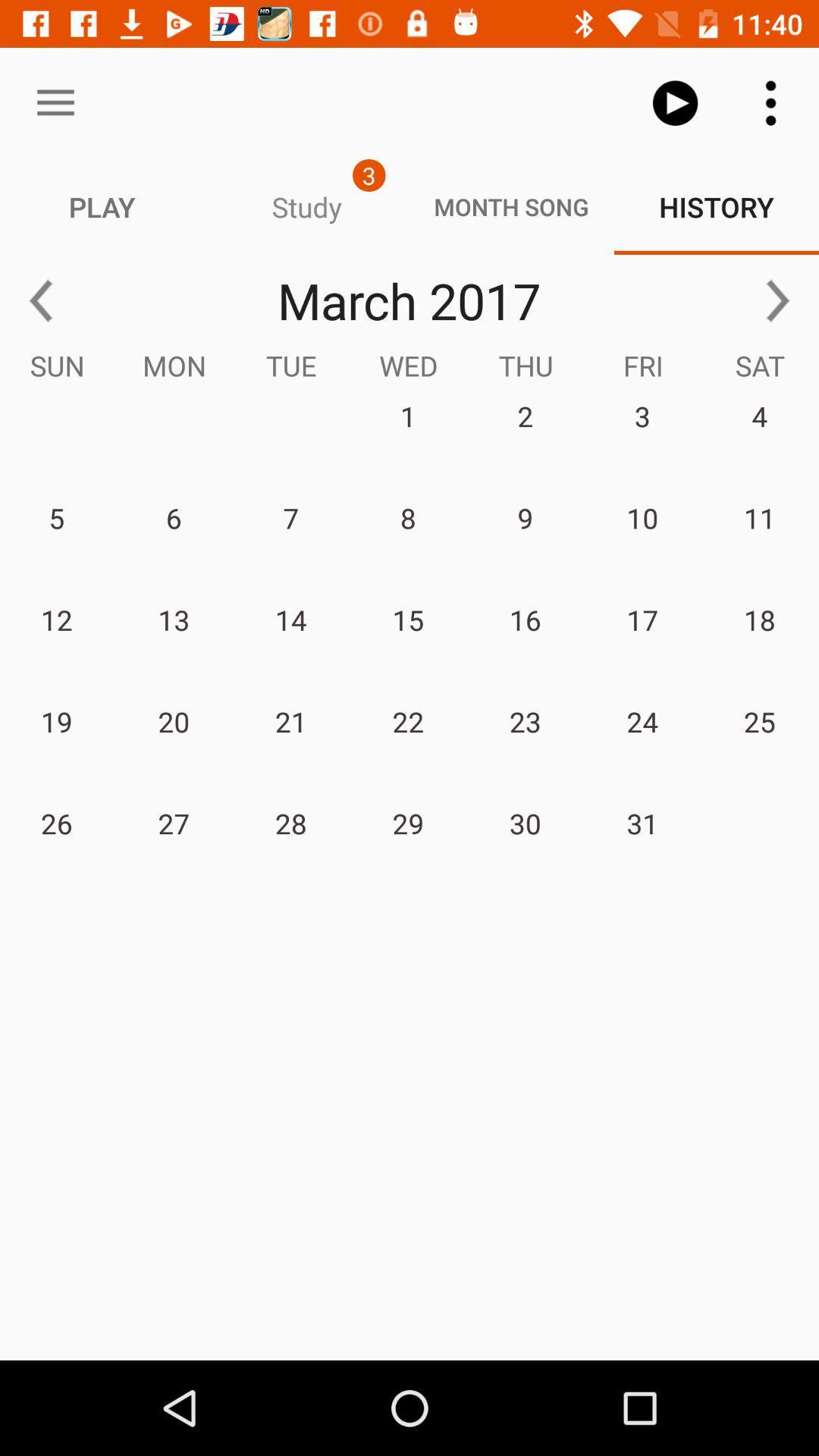 The height and width of the screenshot is (1456, 819). Describe the element at coordinates (55, 102) in the screenshot. I see `icon above the play item` at that location.